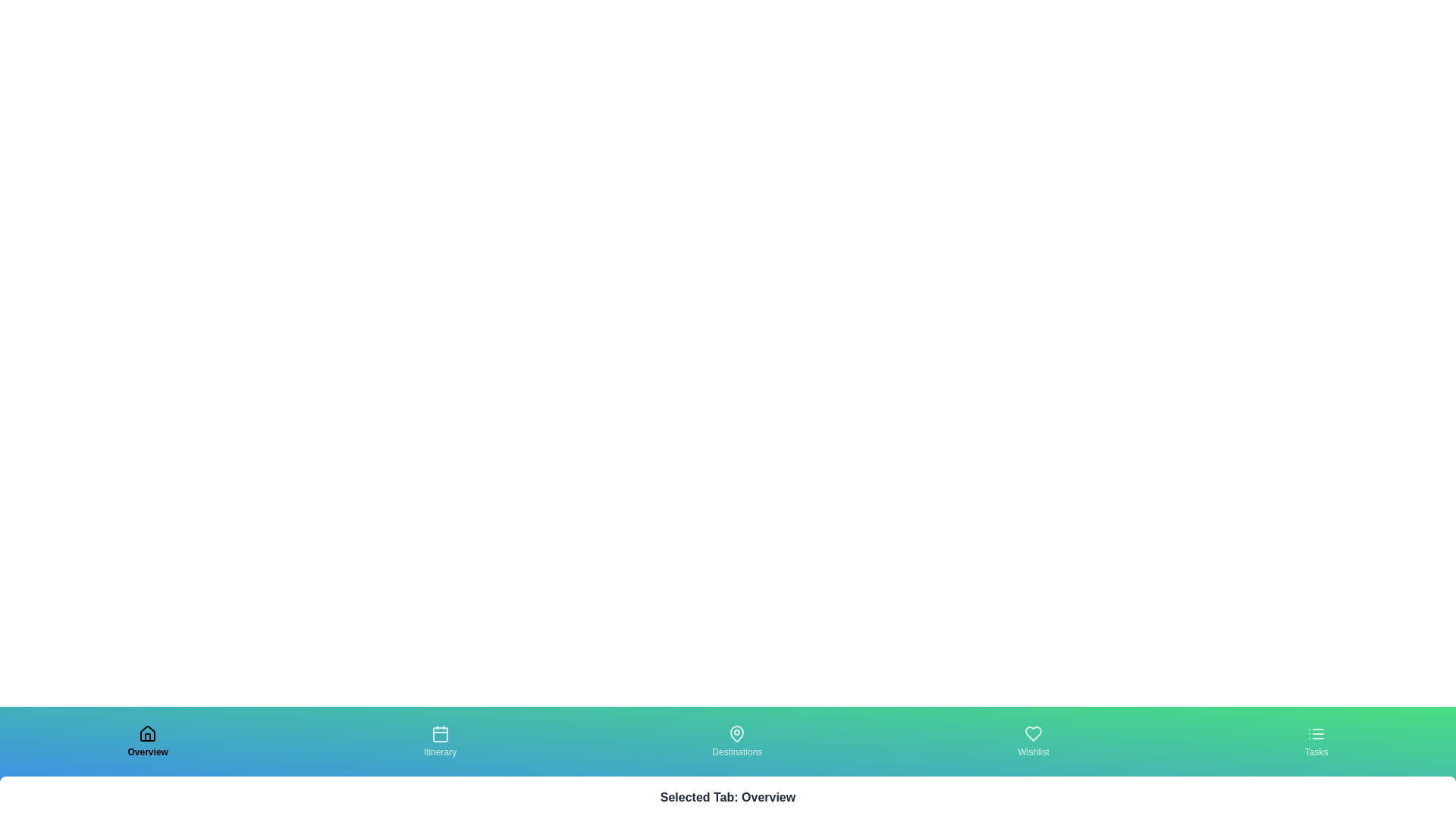 This screenshot has height=819, width=1456. I want to click on the tab labeled Destinations to observe its visual feedback, so click(736, 741).